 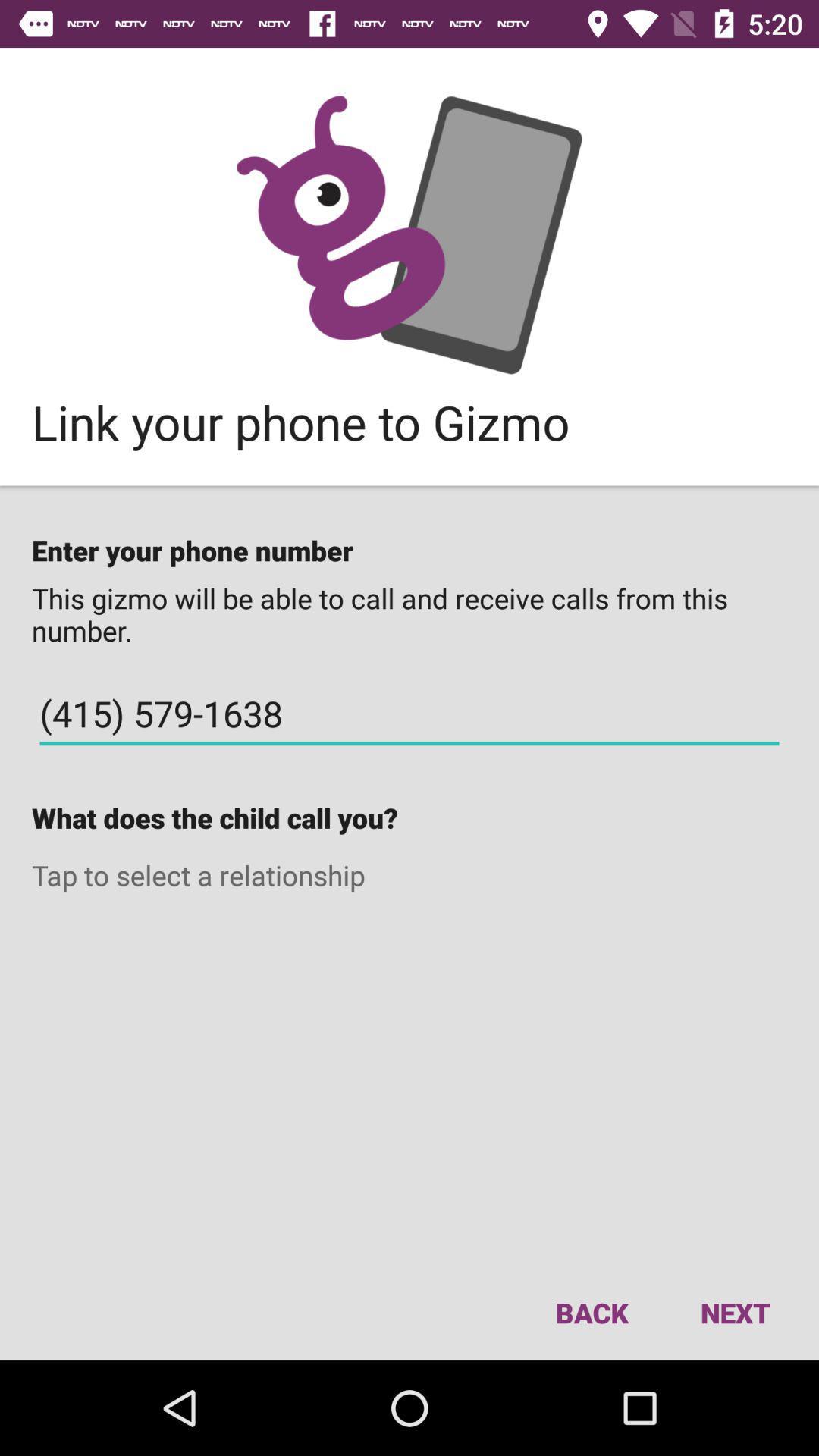 I want to click on the icon to the right of the back icon, so click(x=734, y=1312).